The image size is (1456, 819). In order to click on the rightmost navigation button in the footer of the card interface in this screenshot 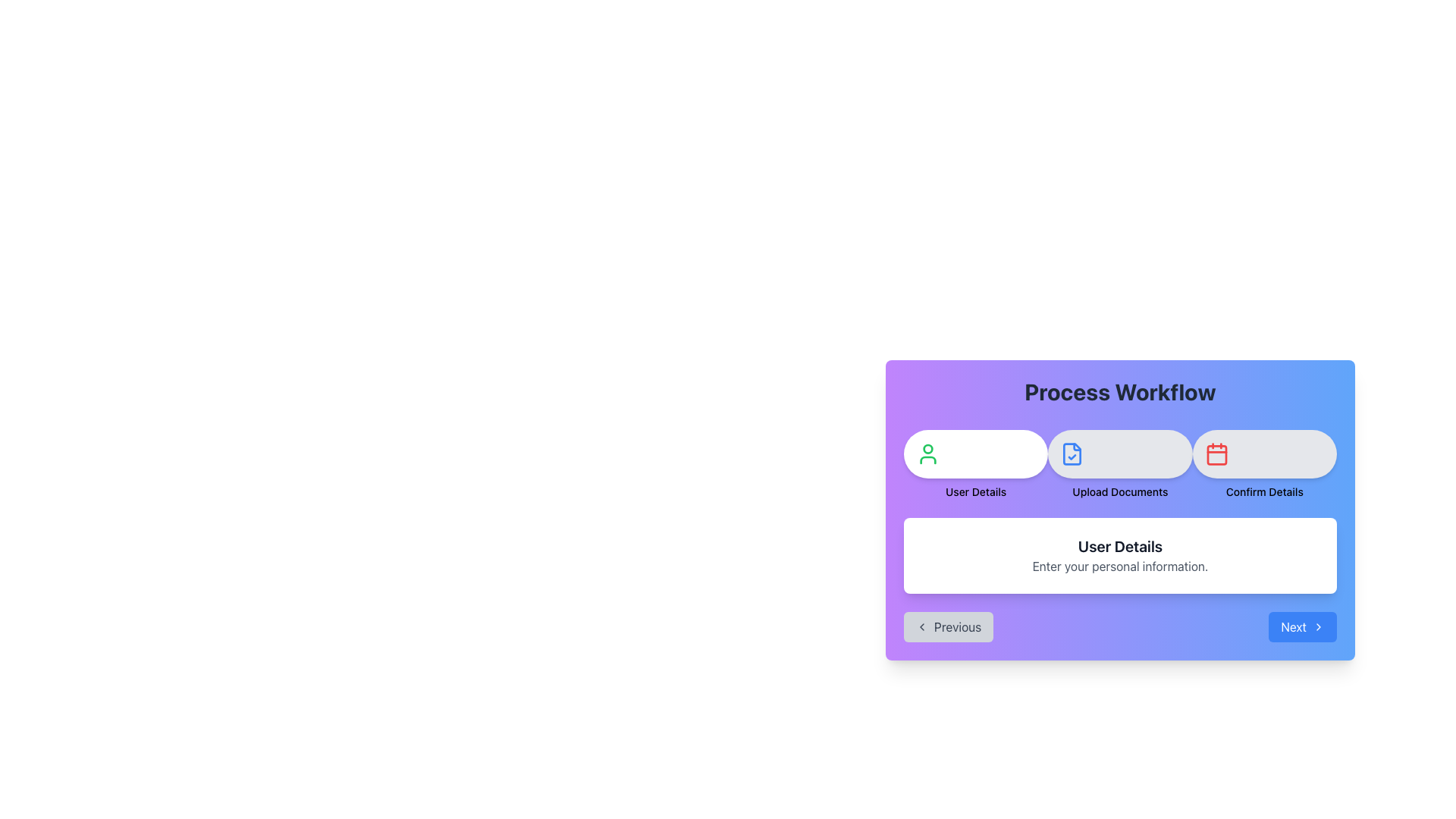, I will do `click(1302, 626)`.